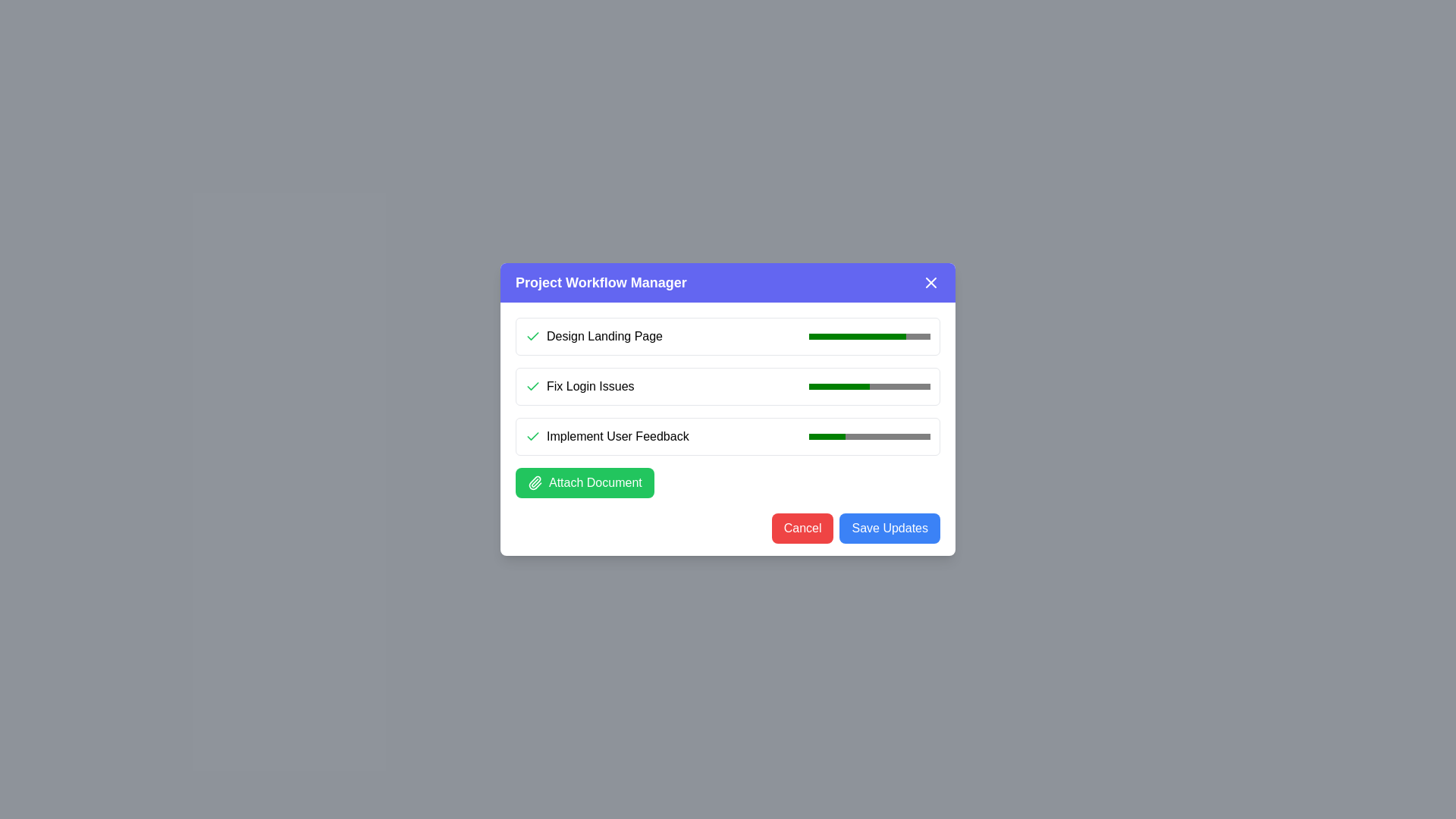 The height and width of the screenshot is (819, 1456). Describe the element at coordinates (535, 482) in the screenshot. I see `the green paperclip icon within the 'Attach Document' button in the 'Project Workflow Manager' modal` at that location.